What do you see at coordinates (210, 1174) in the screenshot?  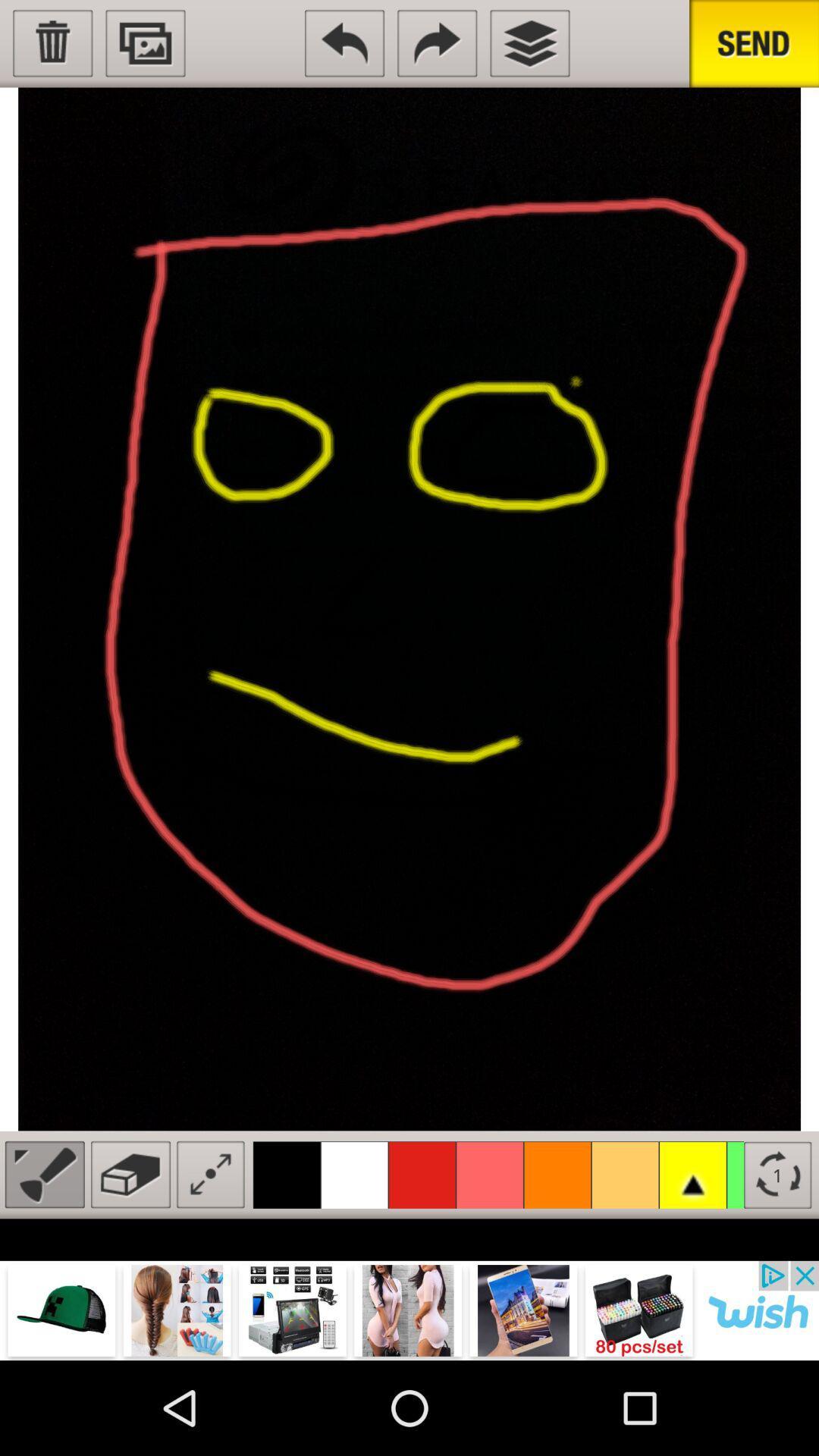 I see `resize brush` at bounding box center [210, 1174].